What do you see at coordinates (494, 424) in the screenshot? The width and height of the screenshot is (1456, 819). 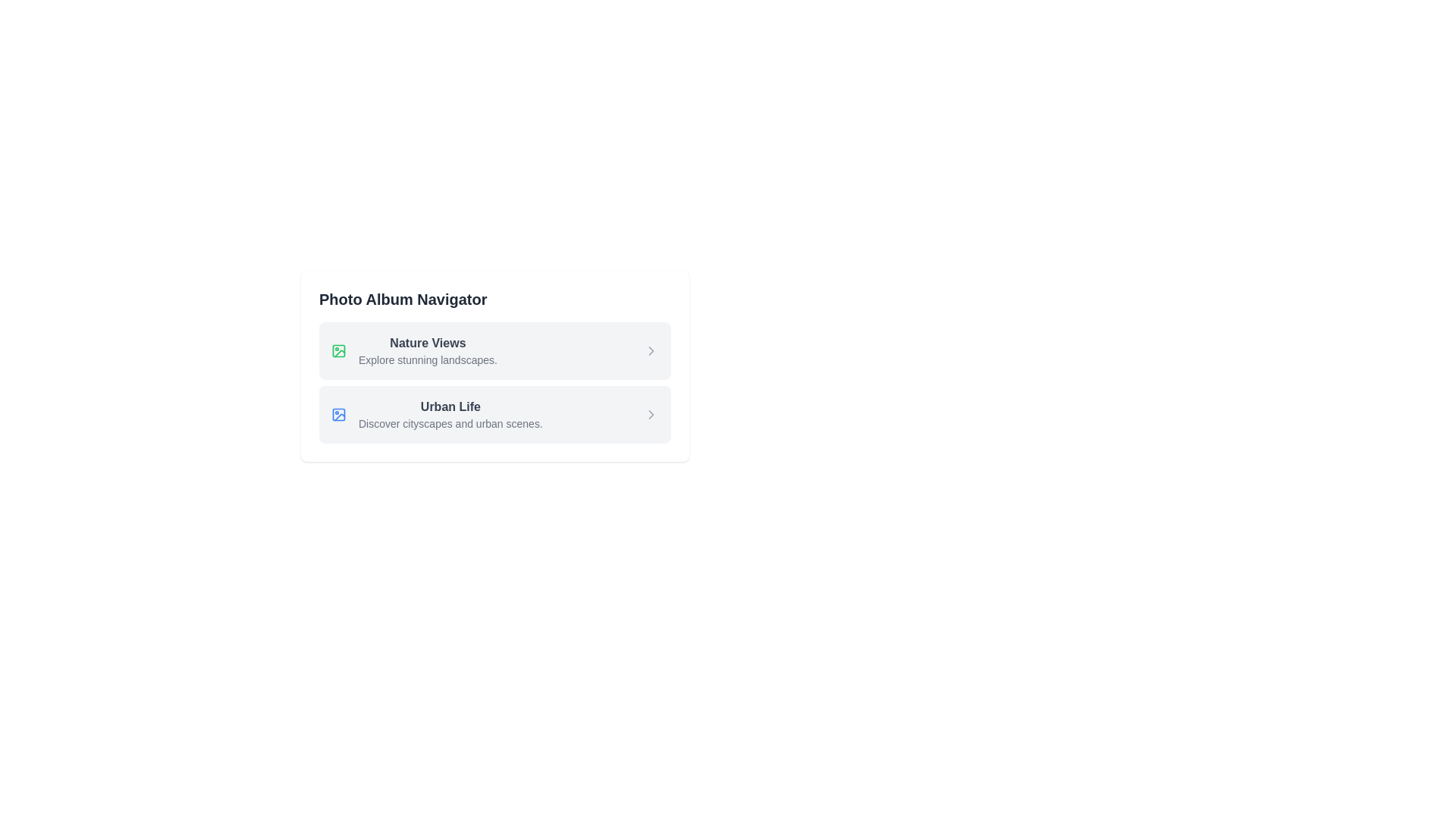 I see `the central navigation pane` at bounding box center [494, 424].